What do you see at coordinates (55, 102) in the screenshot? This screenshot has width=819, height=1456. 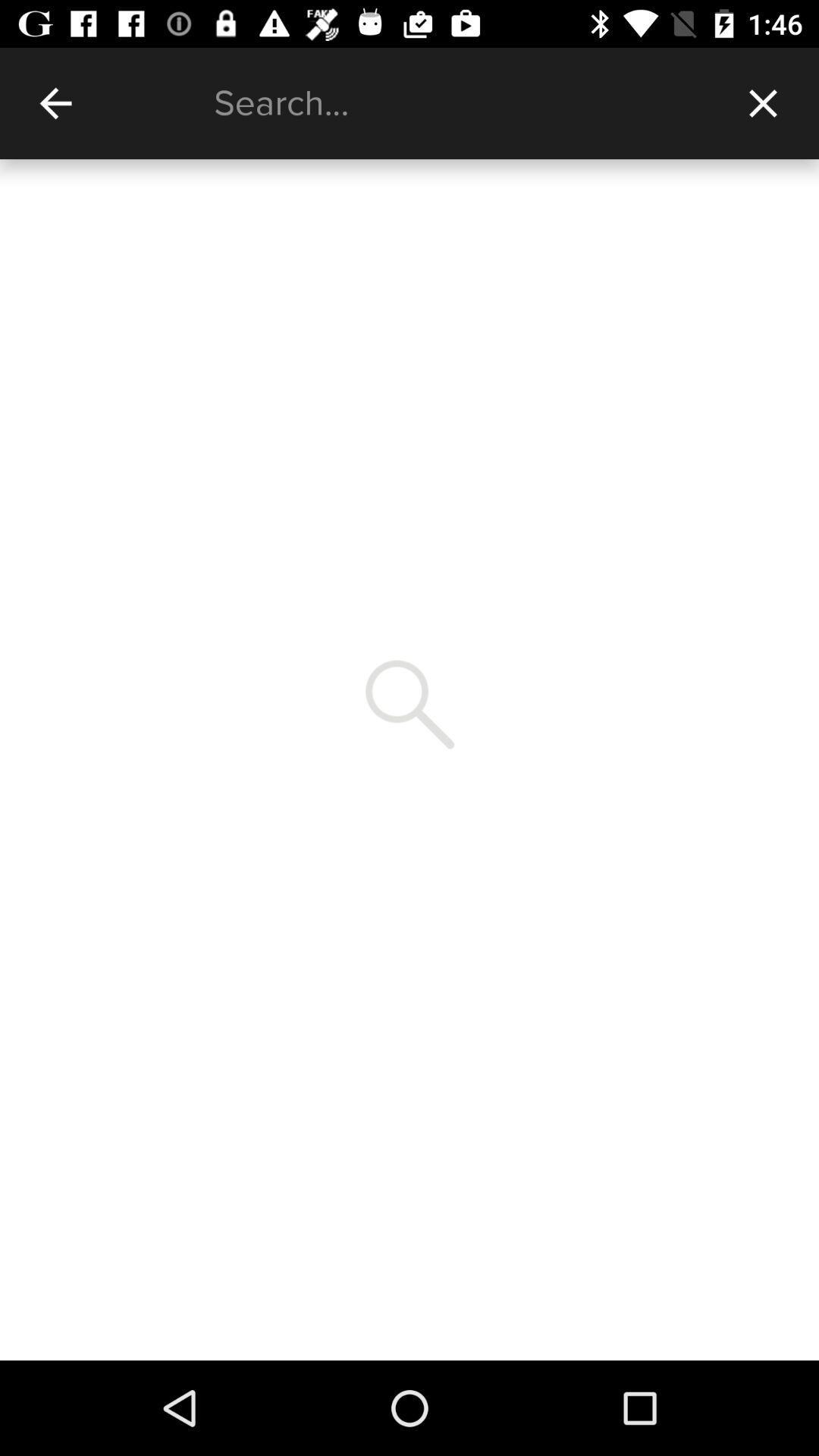 I see `item at the top left corner` at bounding box center [55, 102].